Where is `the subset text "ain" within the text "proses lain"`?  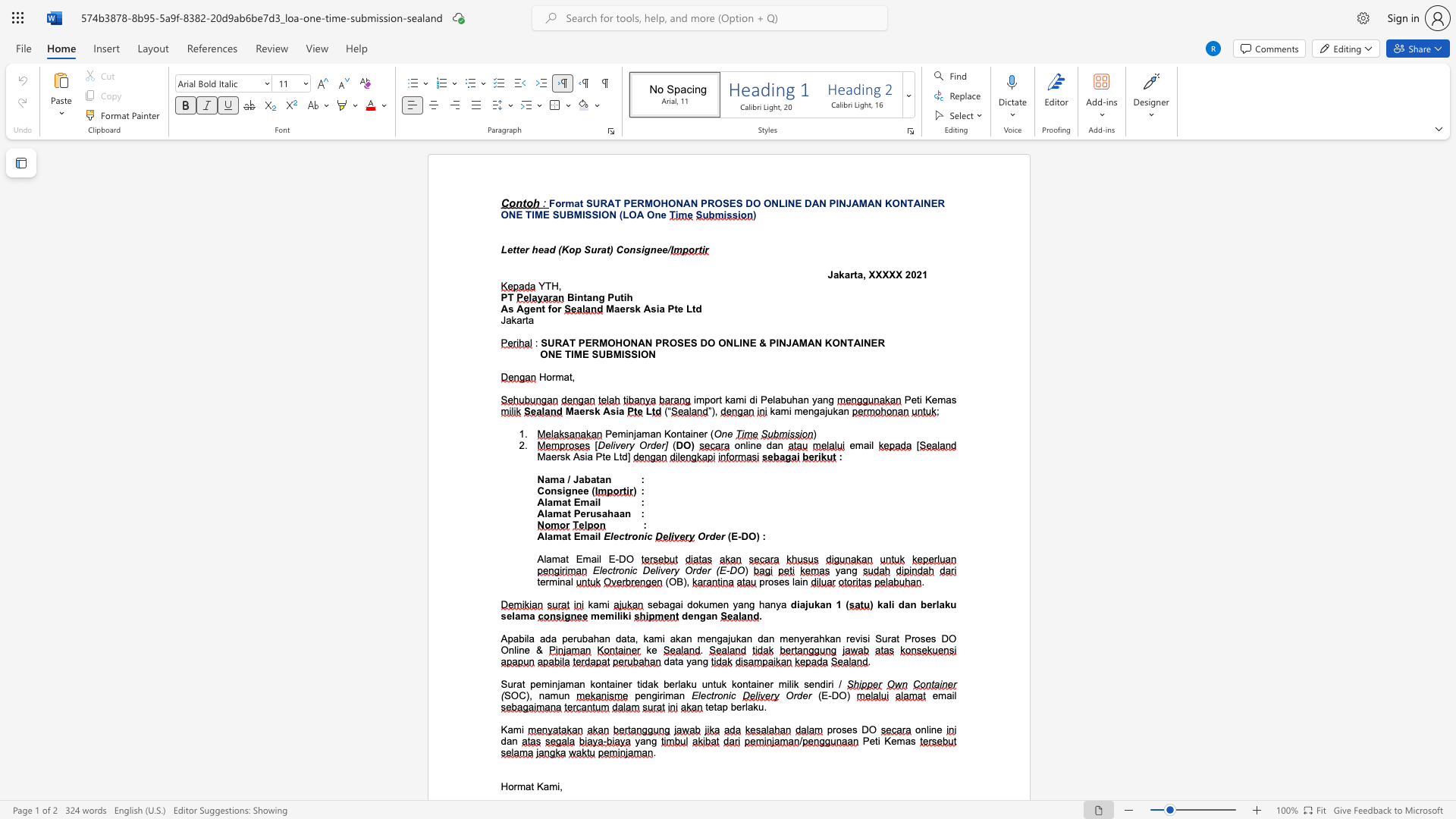 the subset text "ain" within the text "proses lain" is located at coordinates (793, 581).